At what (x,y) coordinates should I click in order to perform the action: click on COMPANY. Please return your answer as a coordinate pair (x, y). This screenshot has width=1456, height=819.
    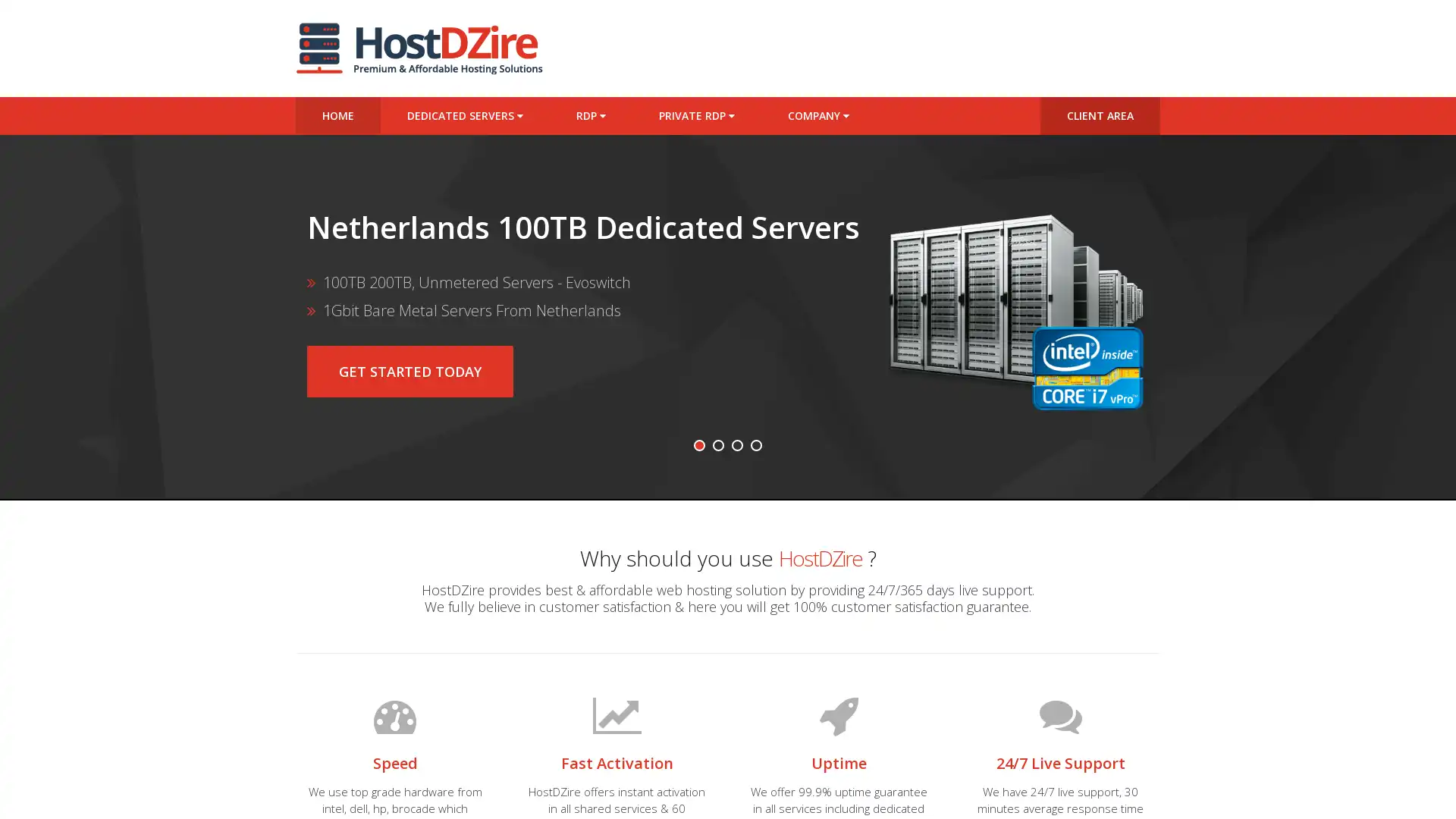
    Looking at the image, I should click on (817, 115).